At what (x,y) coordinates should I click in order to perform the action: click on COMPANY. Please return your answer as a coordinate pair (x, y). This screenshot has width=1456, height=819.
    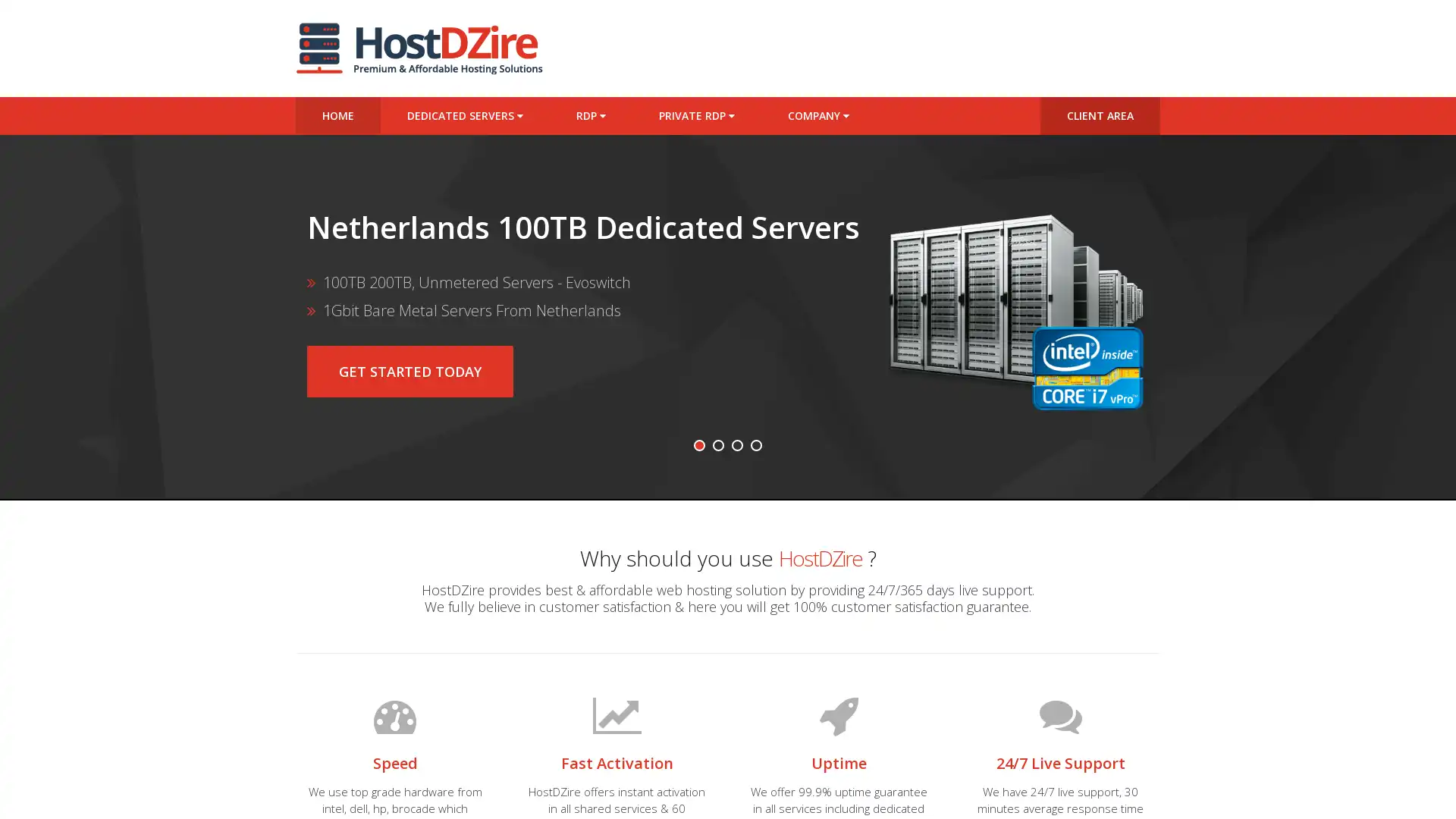
    Looking at the image, I should click on (817, 115).